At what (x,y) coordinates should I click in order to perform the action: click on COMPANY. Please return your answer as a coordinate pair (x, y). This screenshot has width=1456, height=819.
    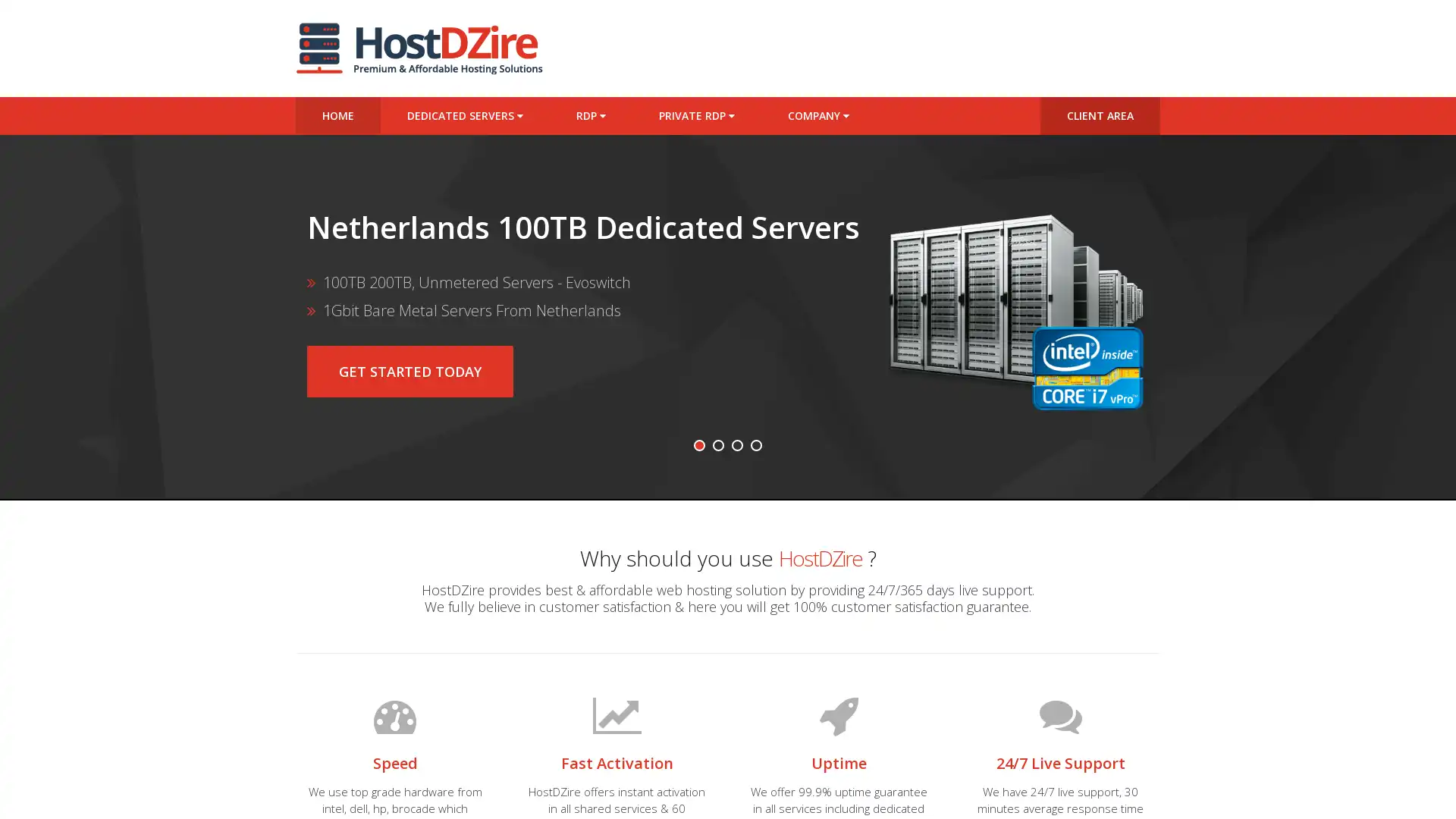
    Looking at the image, I should click on (817, 115).